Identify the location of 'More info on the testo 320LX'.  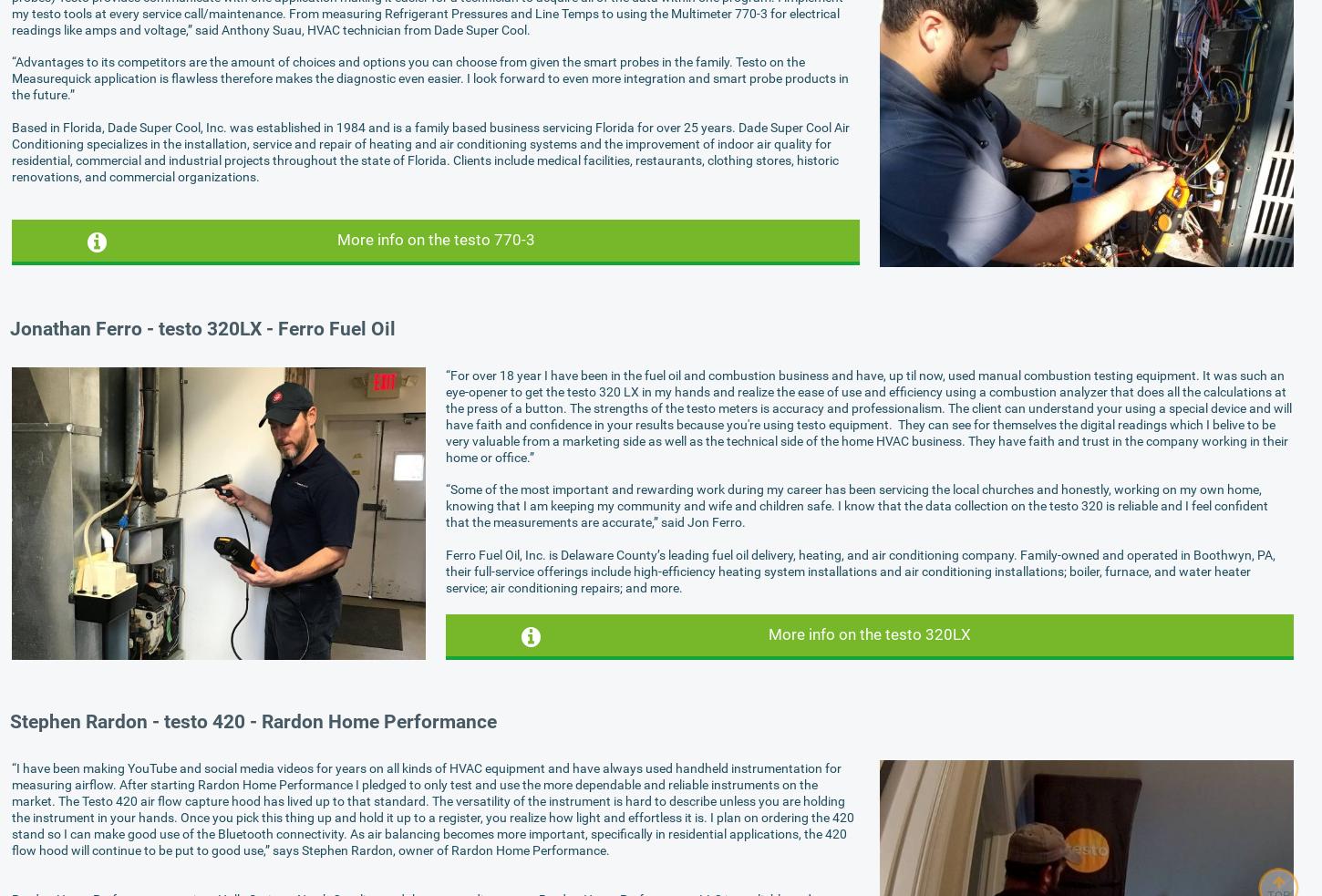
(868, 632).